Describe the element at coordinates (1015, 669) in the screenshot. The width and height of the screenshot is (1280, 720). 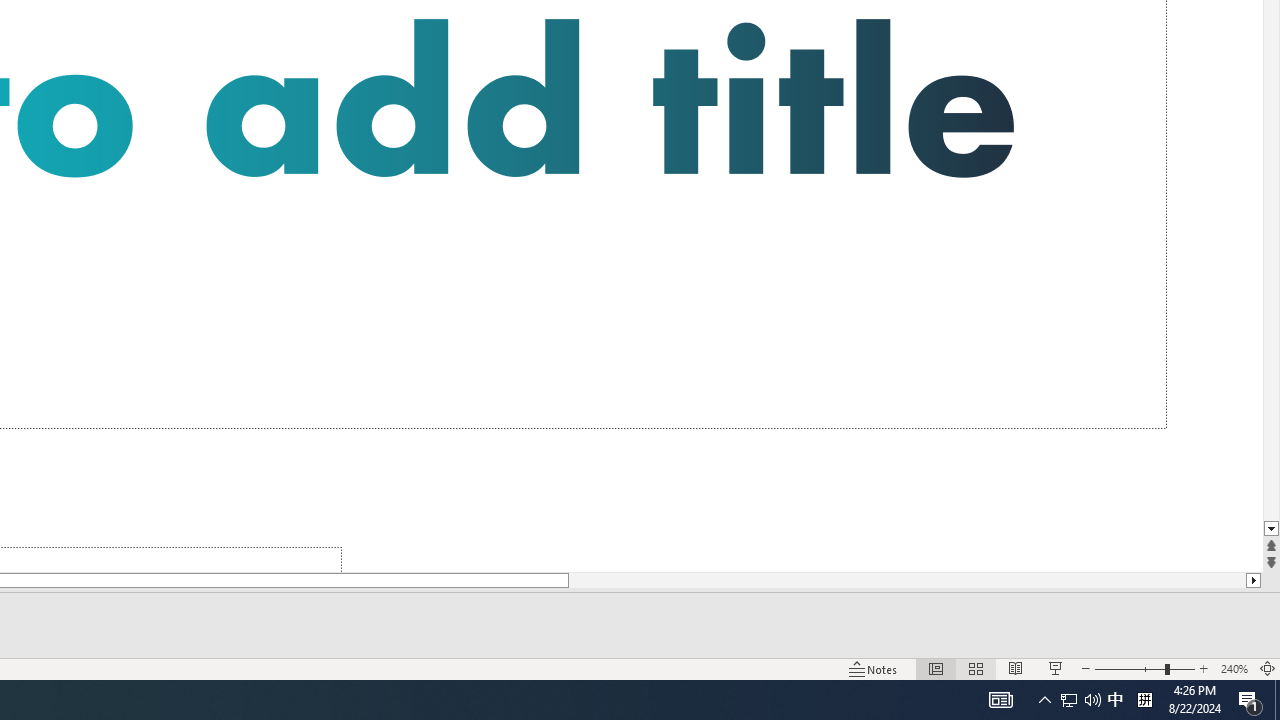
I see `'Reading View'` at that location.